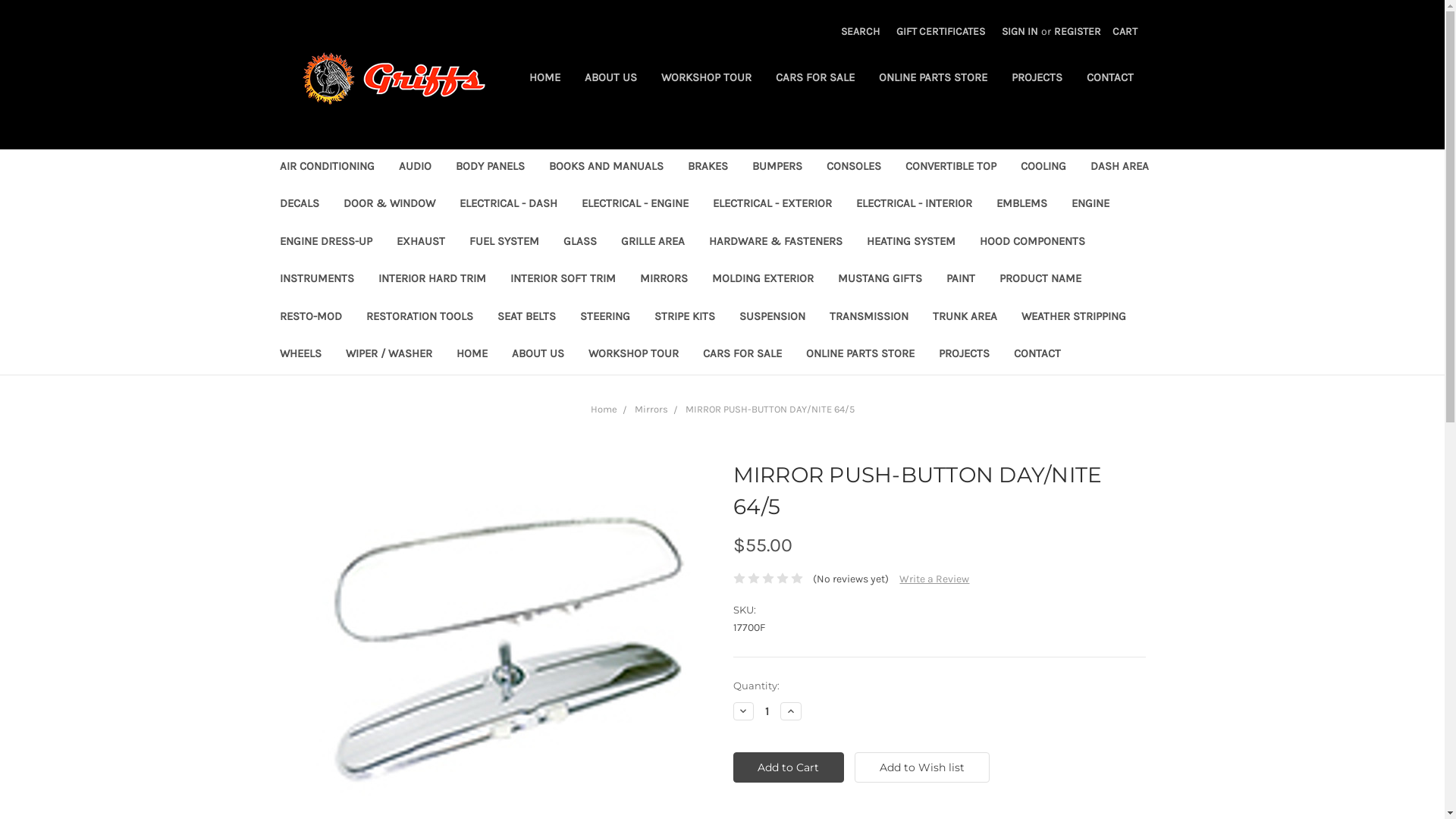  I want to click on 'WHEELS', so click(300, 355).